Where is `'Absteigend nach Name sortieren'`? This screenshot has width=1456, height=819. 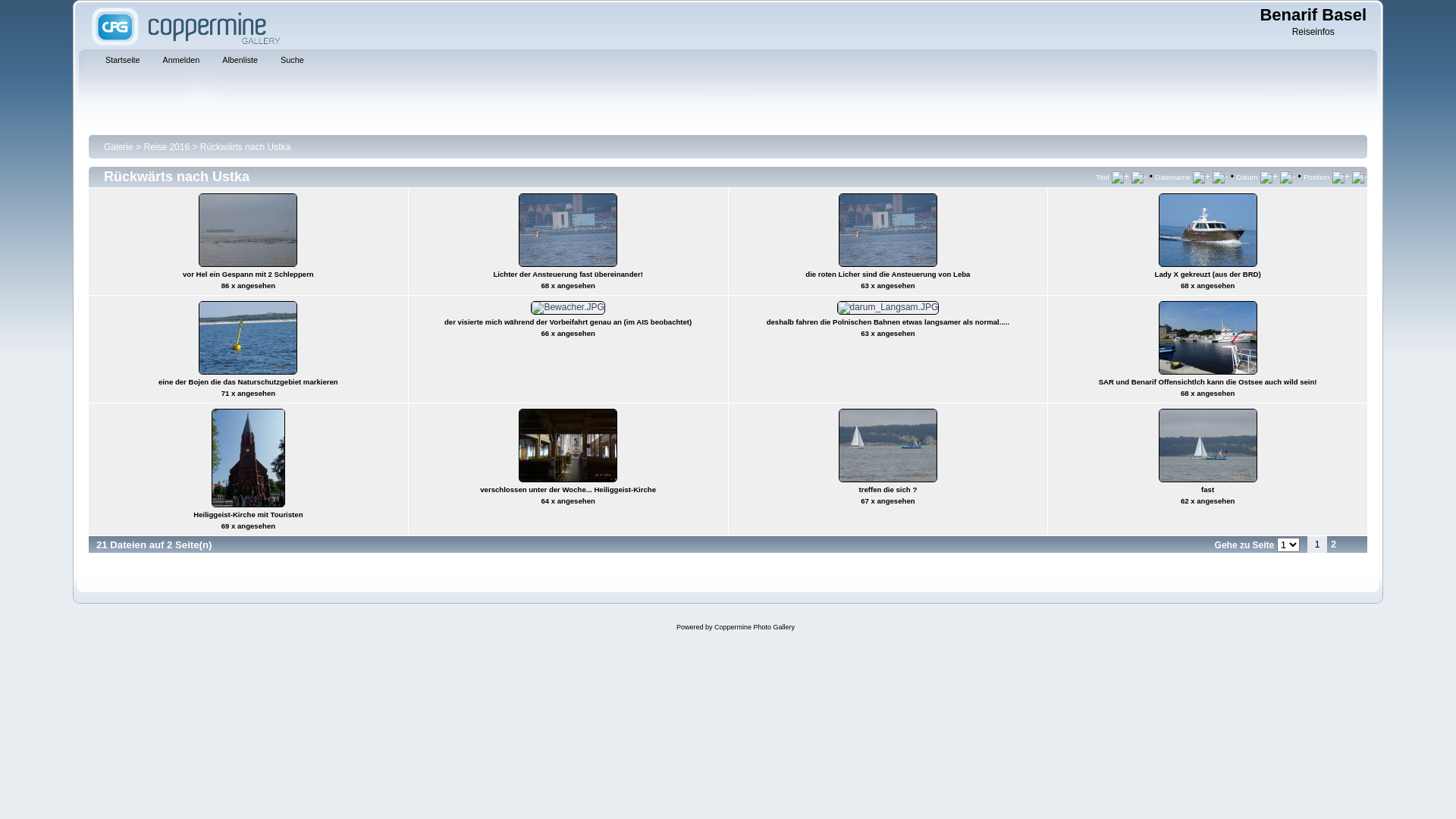 'Absteigend nach Name sortieren' is located at coordinates (1219, 175).